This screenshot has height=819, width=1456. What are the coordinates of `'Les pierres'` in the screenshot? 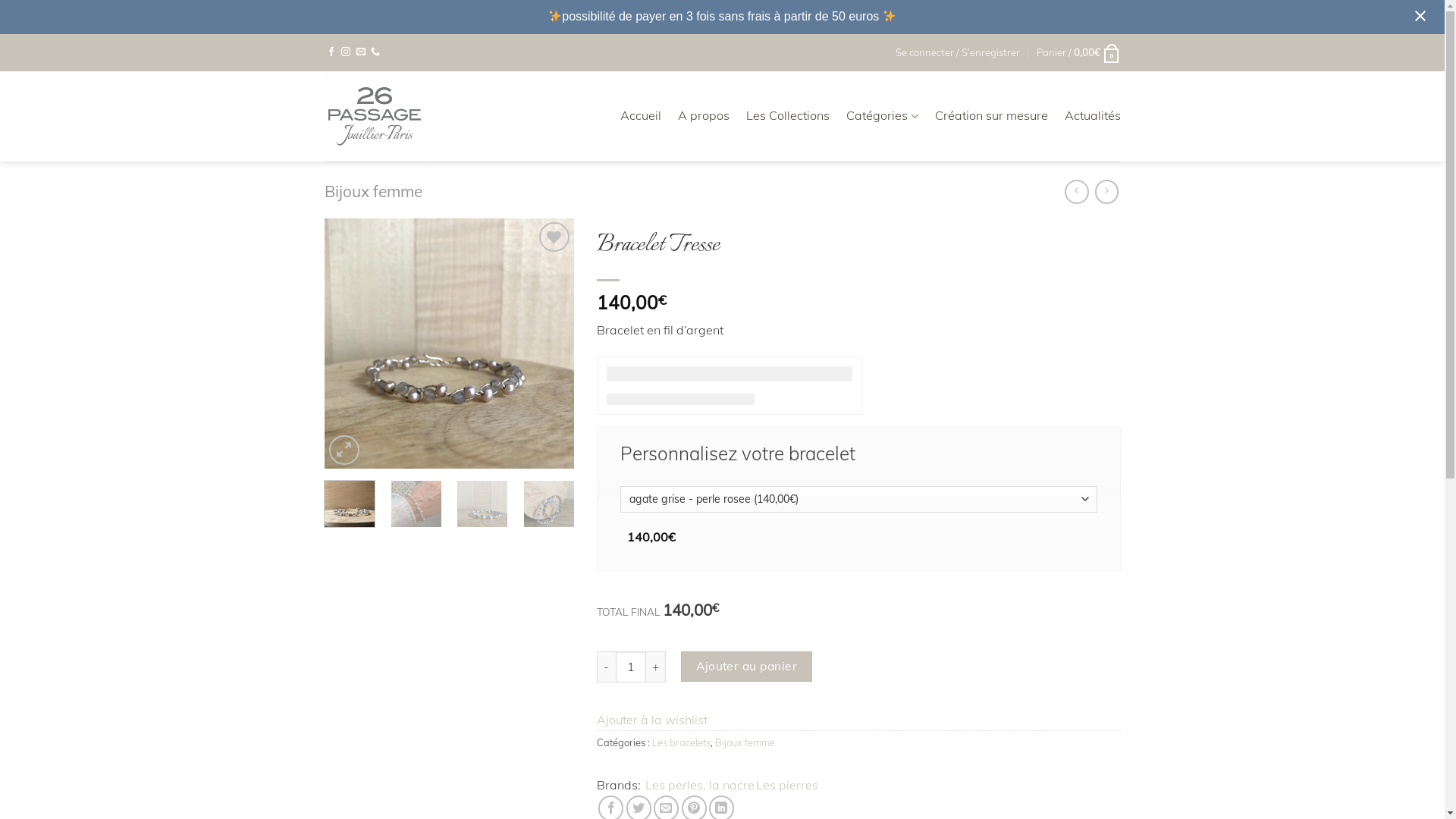 It's located at (756, 785).